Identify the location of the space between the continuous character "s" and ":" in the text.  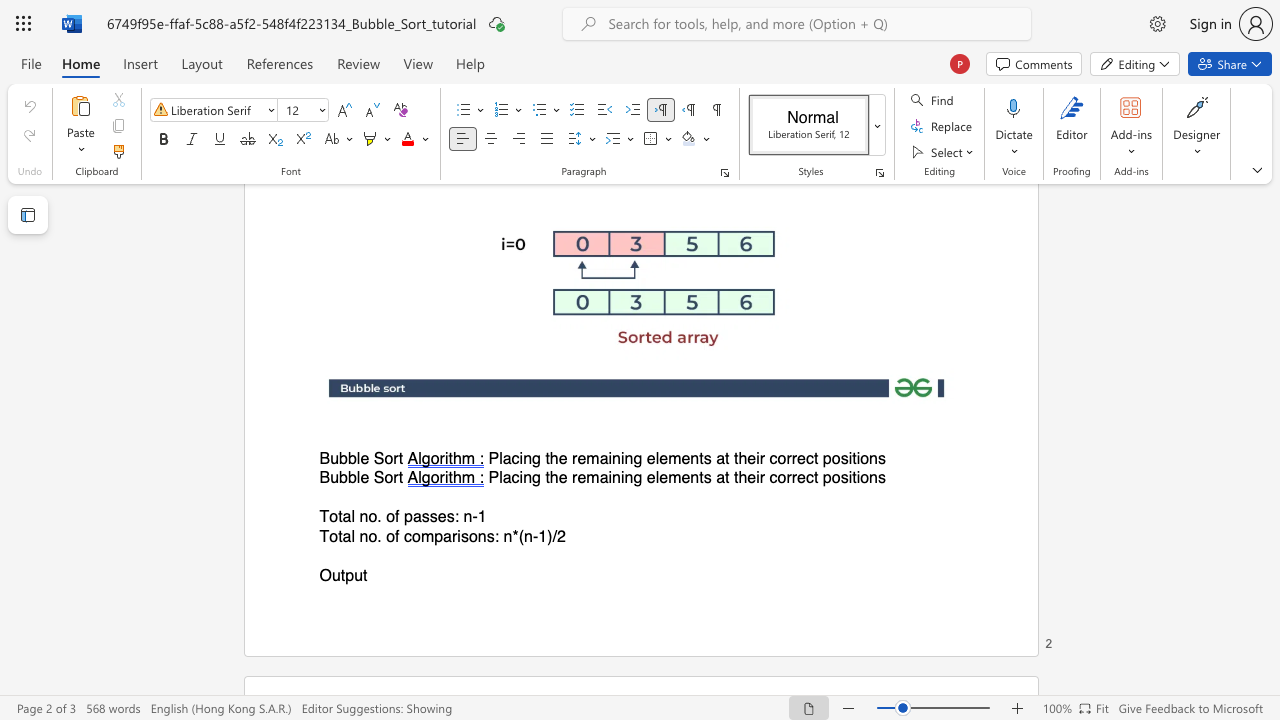
(452, 516).